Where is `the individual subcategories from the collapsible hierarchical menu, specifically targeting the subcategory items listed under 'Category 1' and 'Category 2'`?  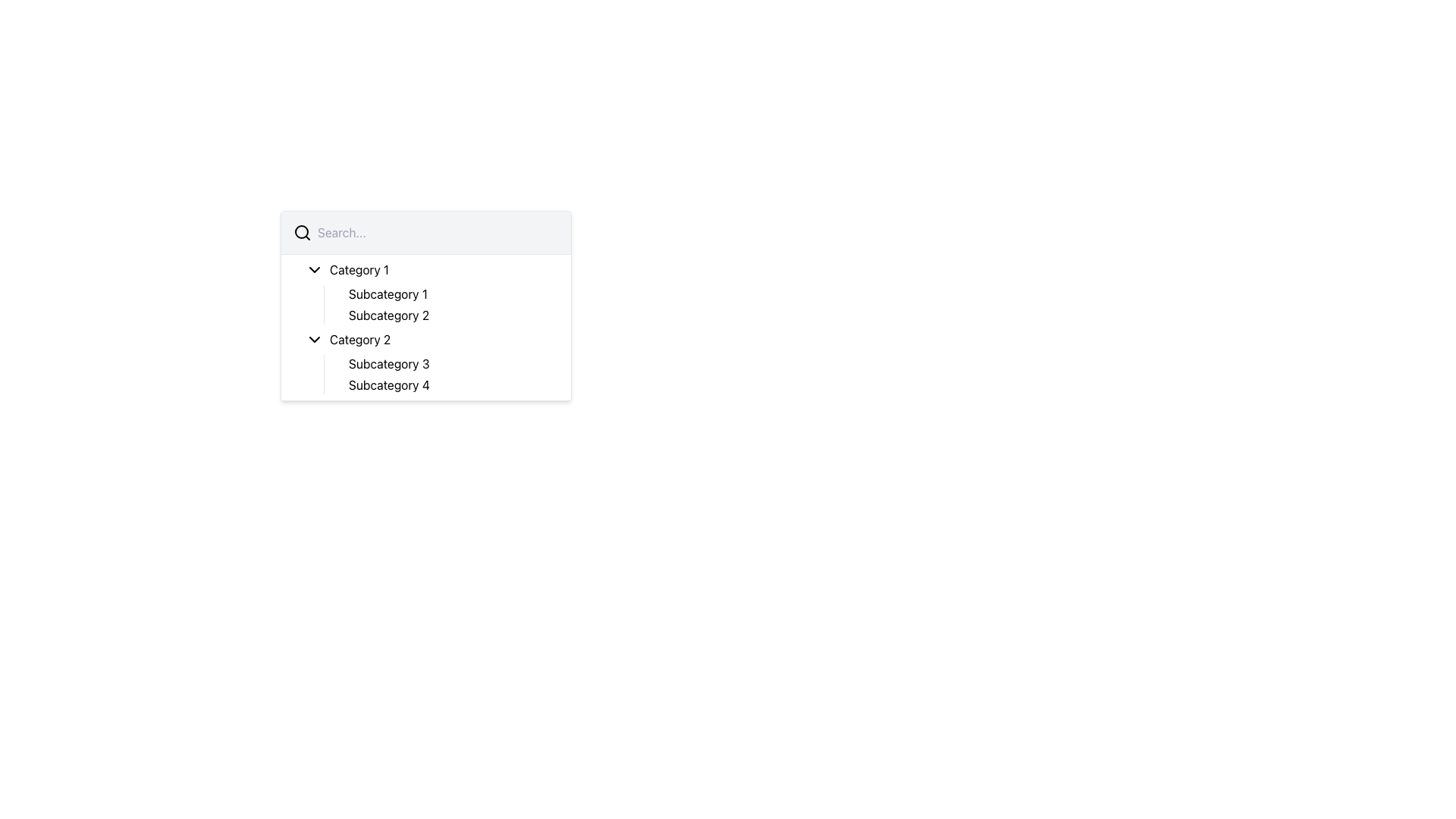
the individual subcategories from the collapsible hierarchical menu, specifically targeting the subcategory items listed under 'Category 1' and 'Category 2' is located at coordinates (425, 327).